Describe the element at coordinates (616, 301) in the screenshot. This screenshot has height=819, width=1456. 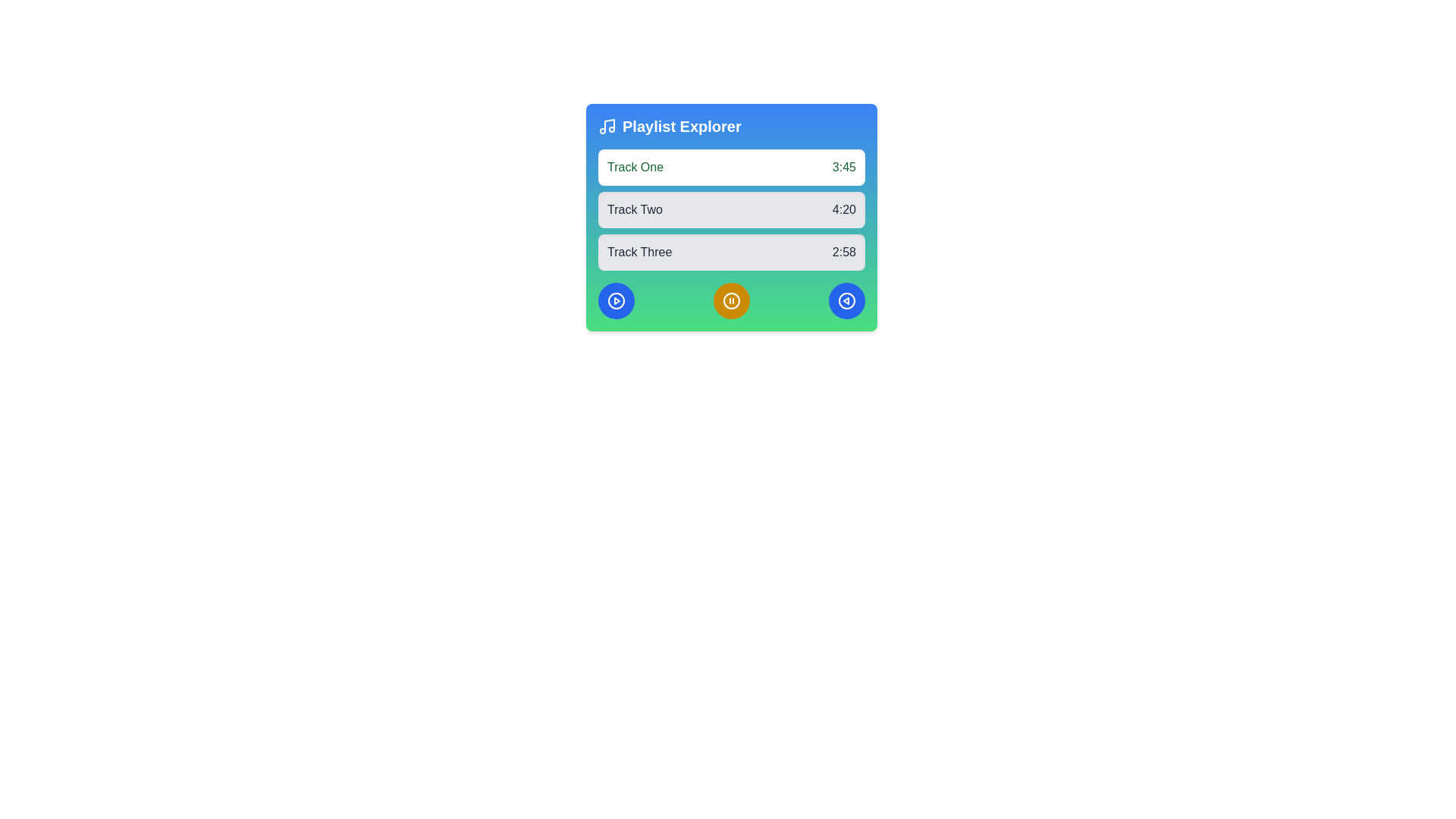
I see `the blue circular play button located at the bottom-left position among three circular icons` at that location.